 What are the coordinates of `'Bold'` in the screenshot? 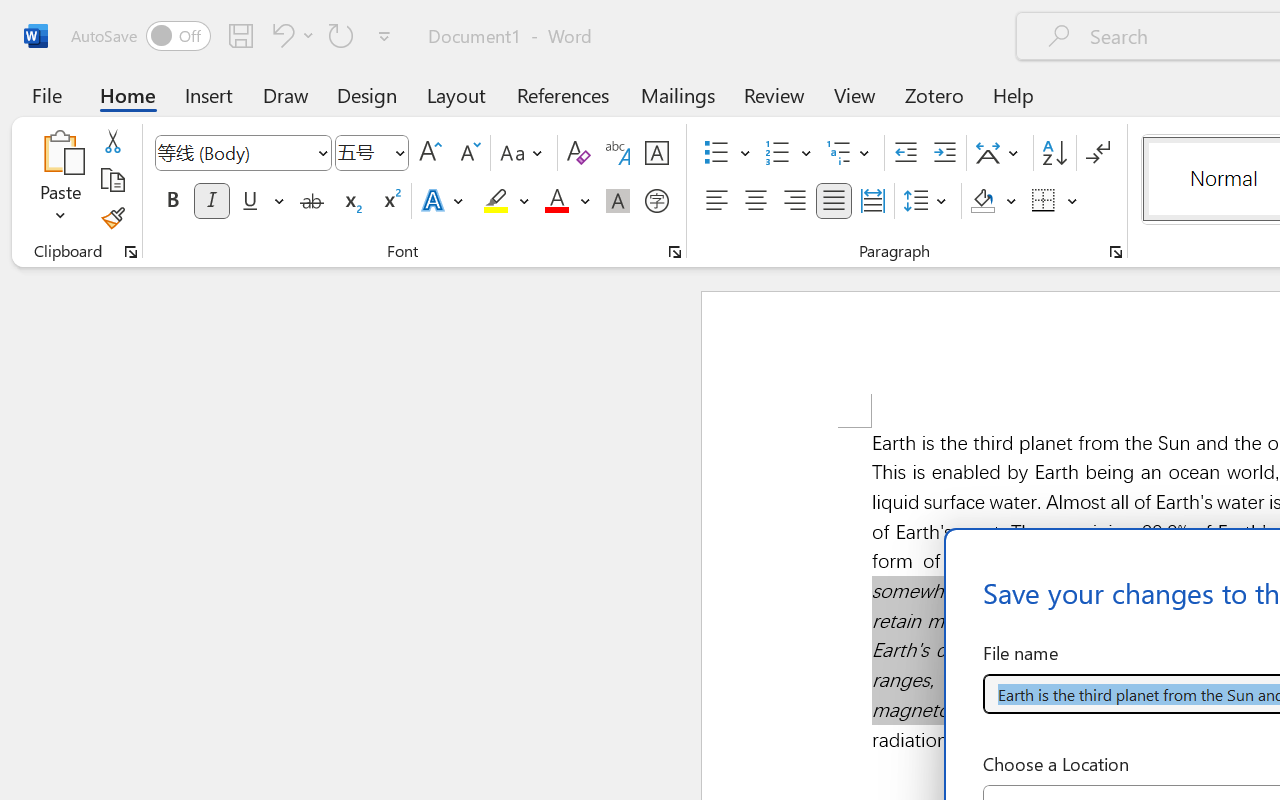 It's located at (172, 201).